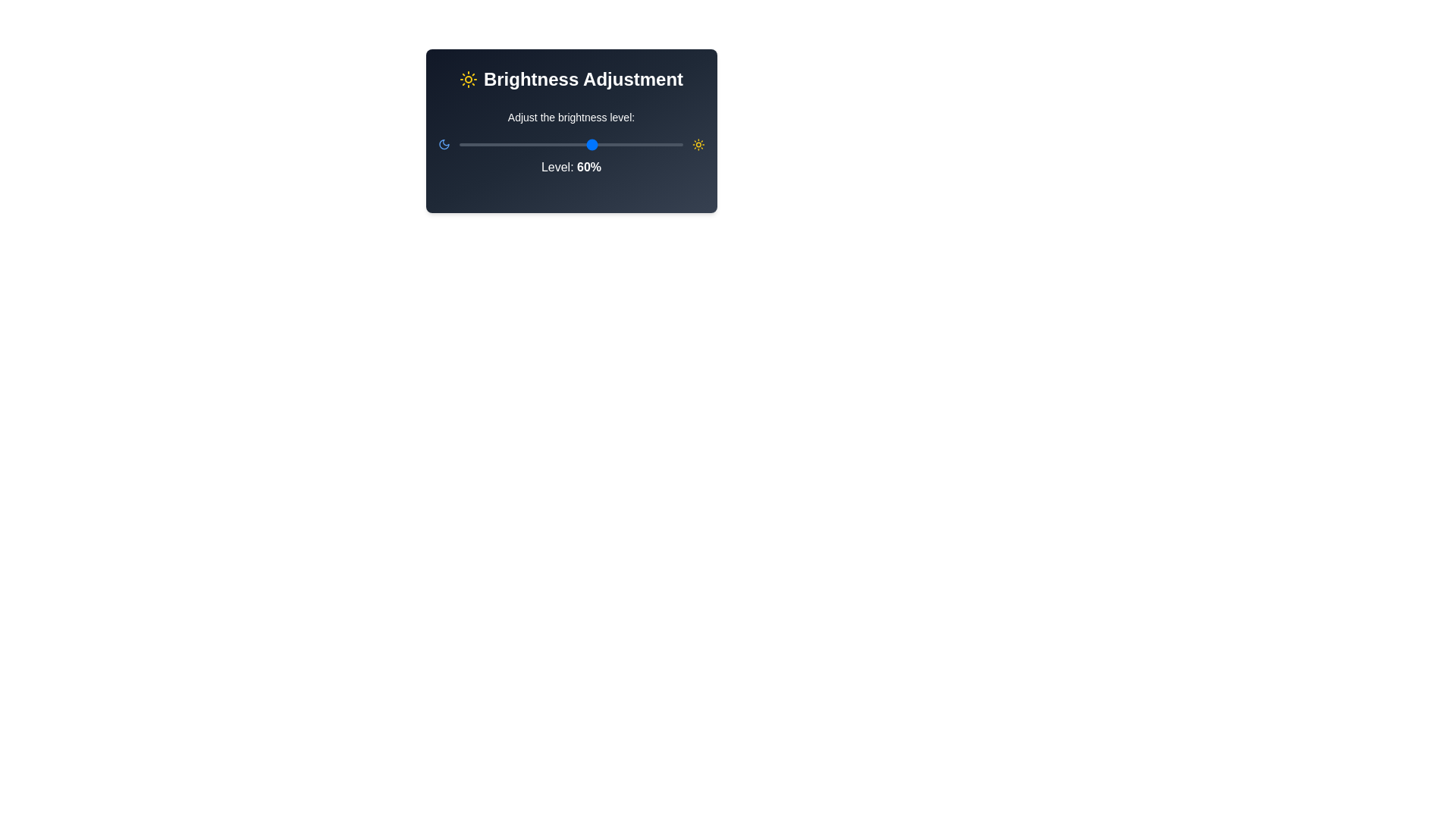  What do you see at coordinates (677, 145) in the screenshot?
I see `the brightness level` at bounding box center [677, 145].